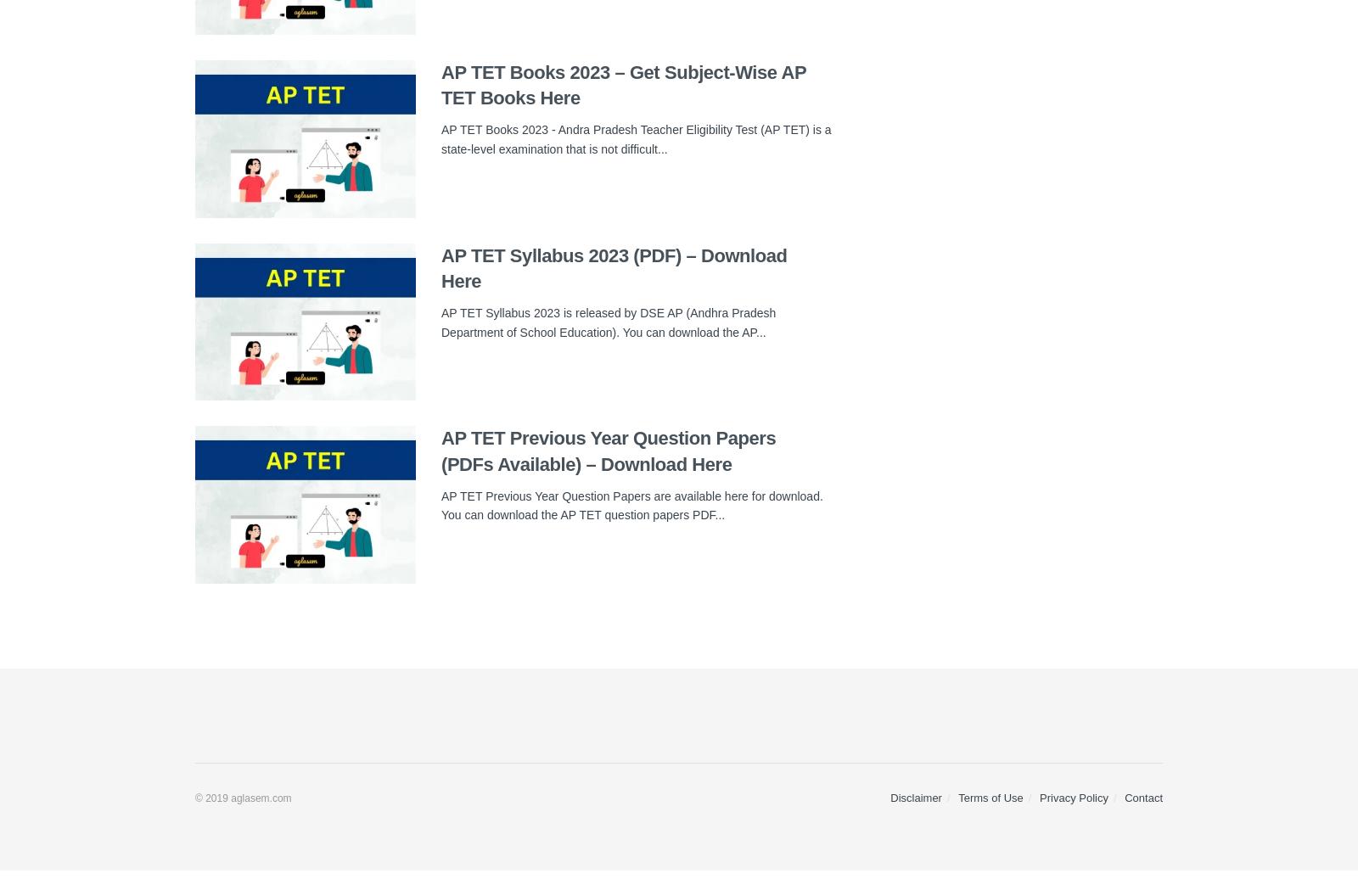  Describe the element at coordinates (614, 267) in the screenshot. I see `'AP TET Syllabus 2023 (PDF) – Download Here'` at that location.